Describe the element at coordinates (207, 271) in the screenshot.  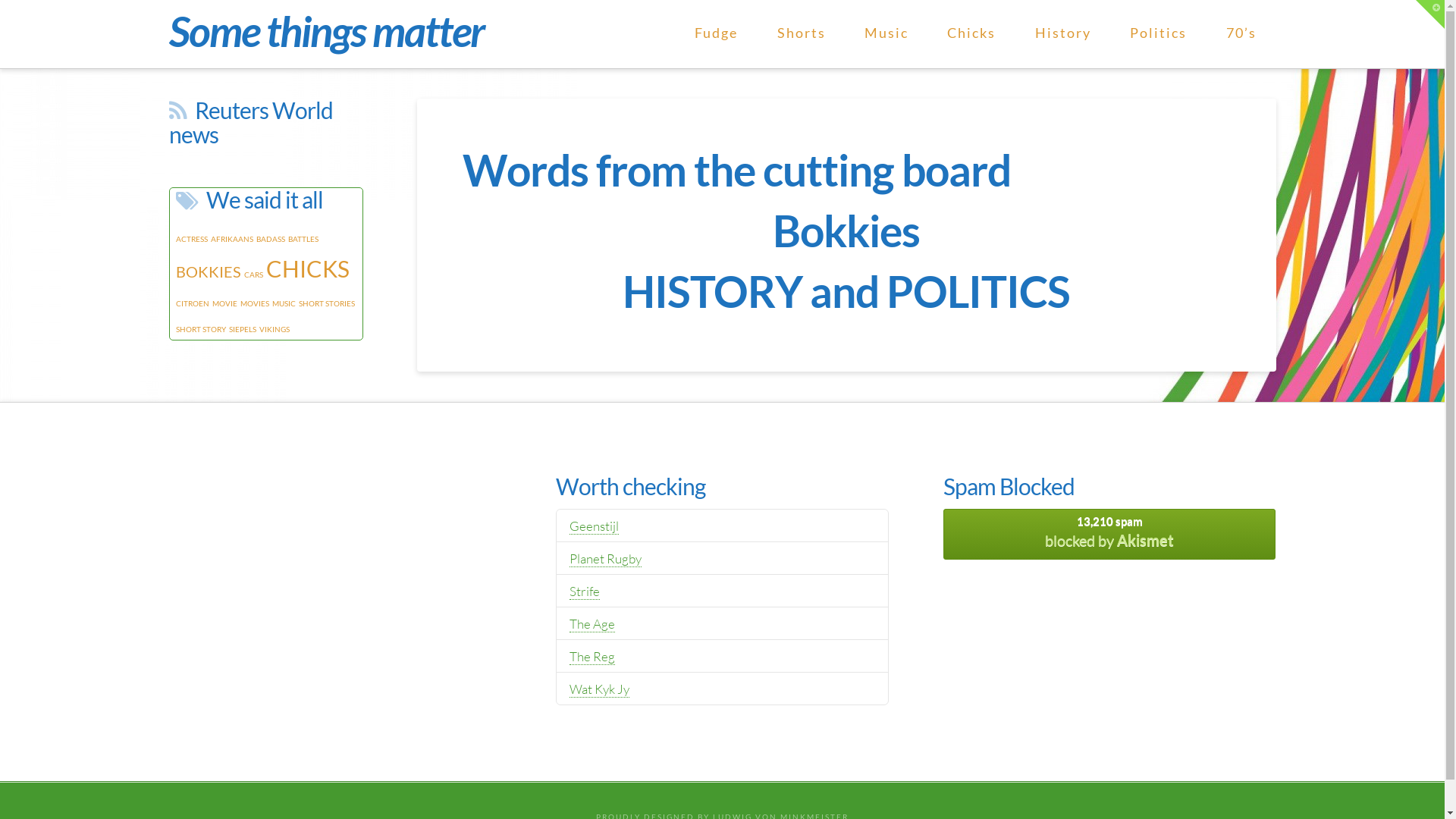
I see `'BOKKIES'` at that location.